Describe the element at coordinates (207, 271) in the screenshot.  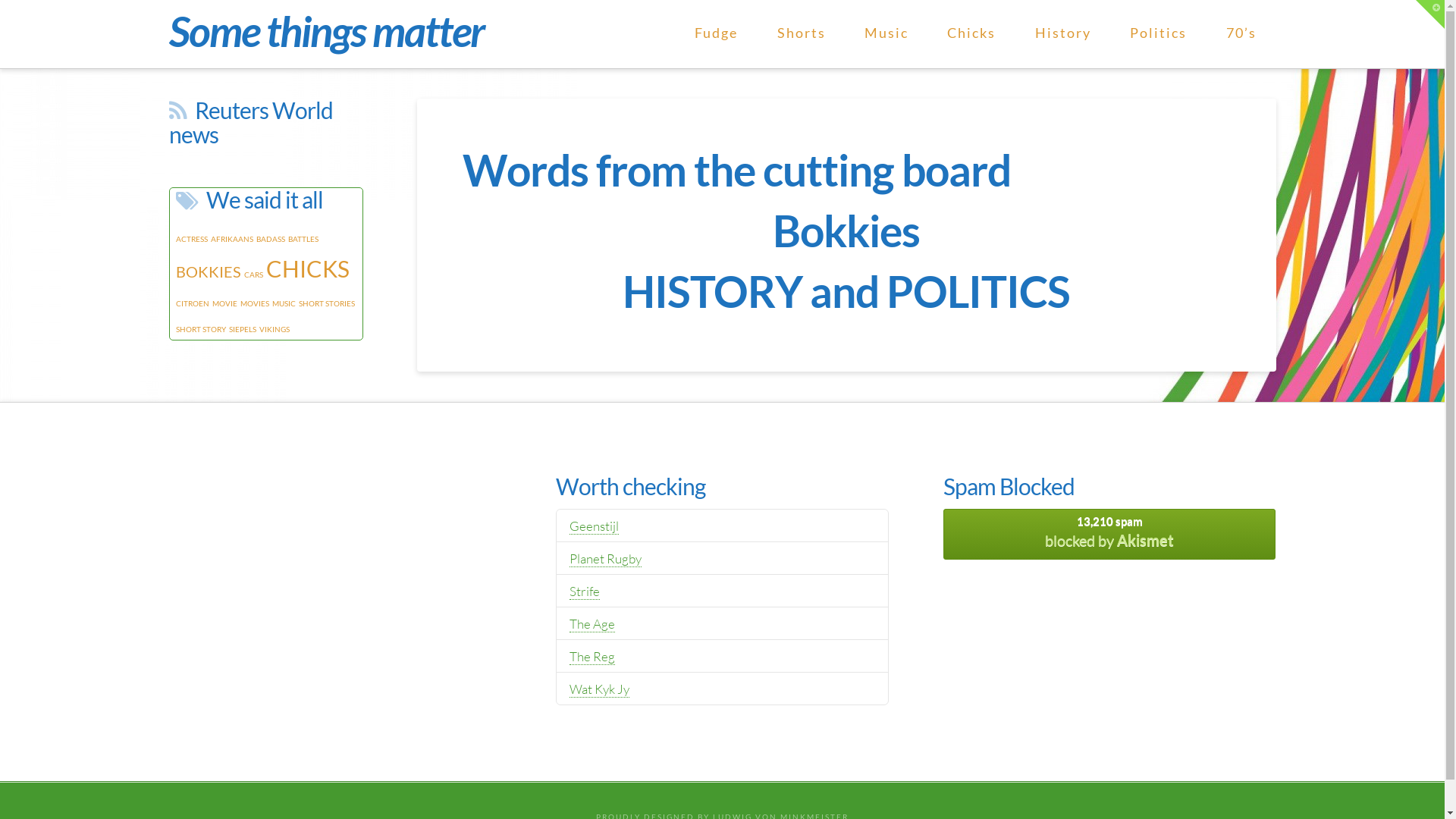
I see `'BOKKIES'` at that location.